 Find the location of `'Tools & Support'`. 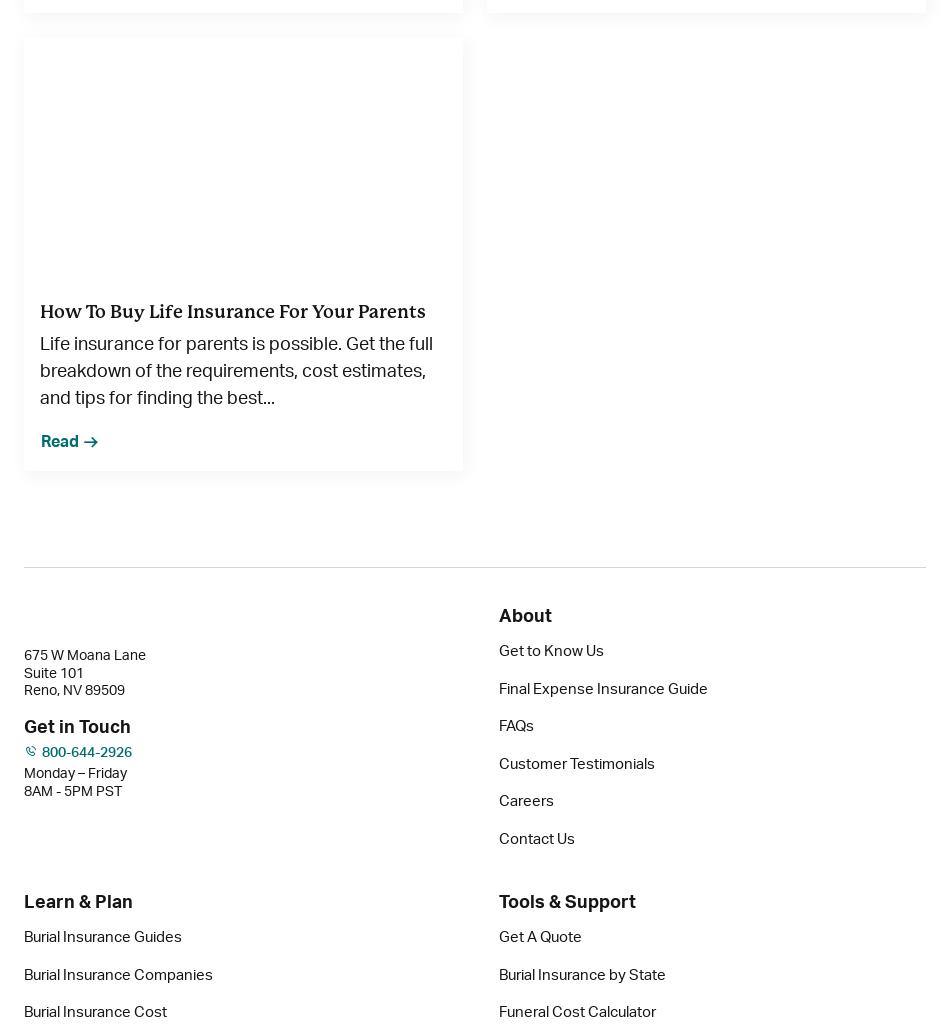

'Tools & Support' is located at coordinates (567, 901).